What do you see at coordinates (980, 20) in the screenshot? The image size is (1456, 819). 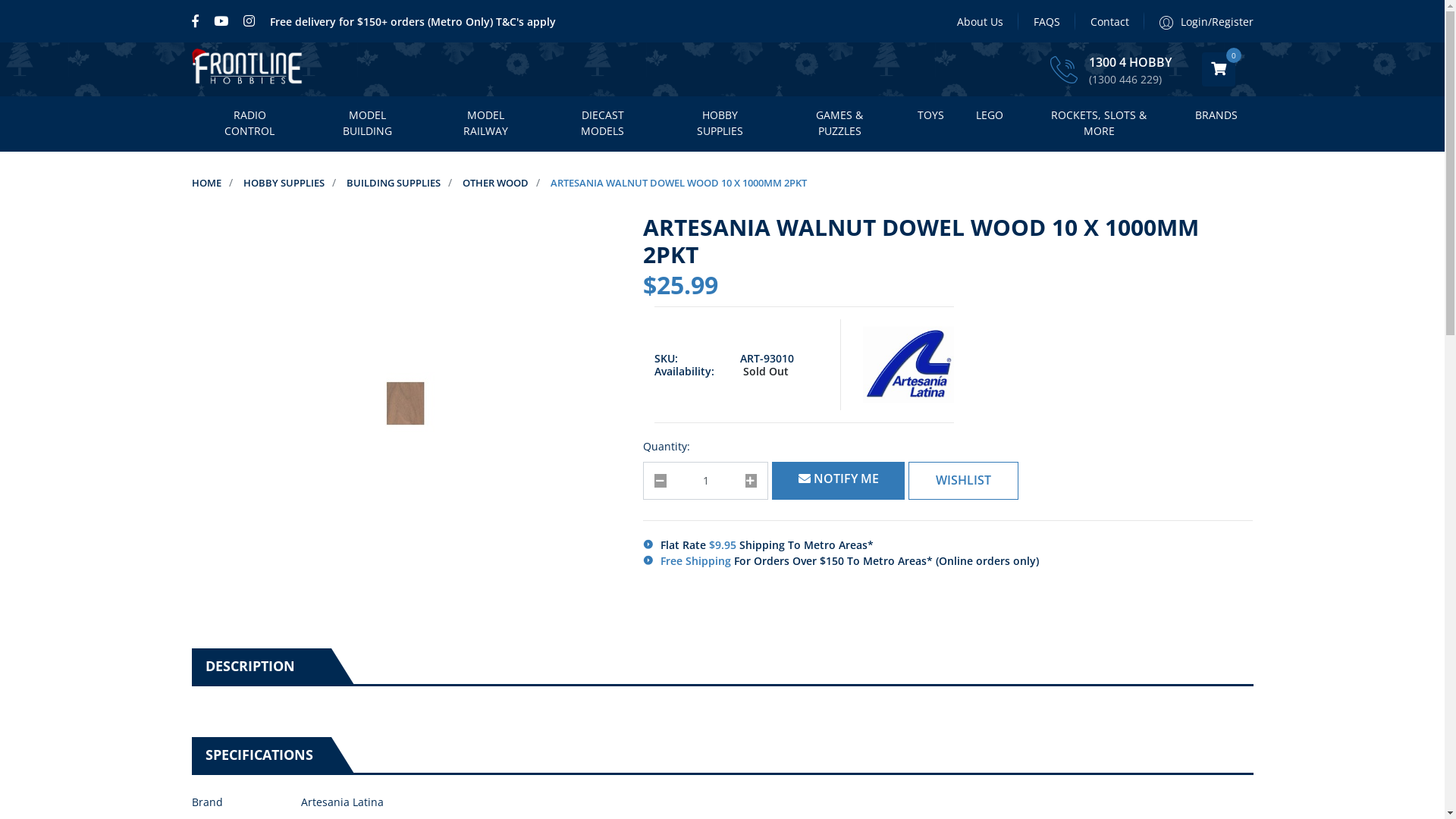 I see `'About Us'` at bounding box center [980, 20].